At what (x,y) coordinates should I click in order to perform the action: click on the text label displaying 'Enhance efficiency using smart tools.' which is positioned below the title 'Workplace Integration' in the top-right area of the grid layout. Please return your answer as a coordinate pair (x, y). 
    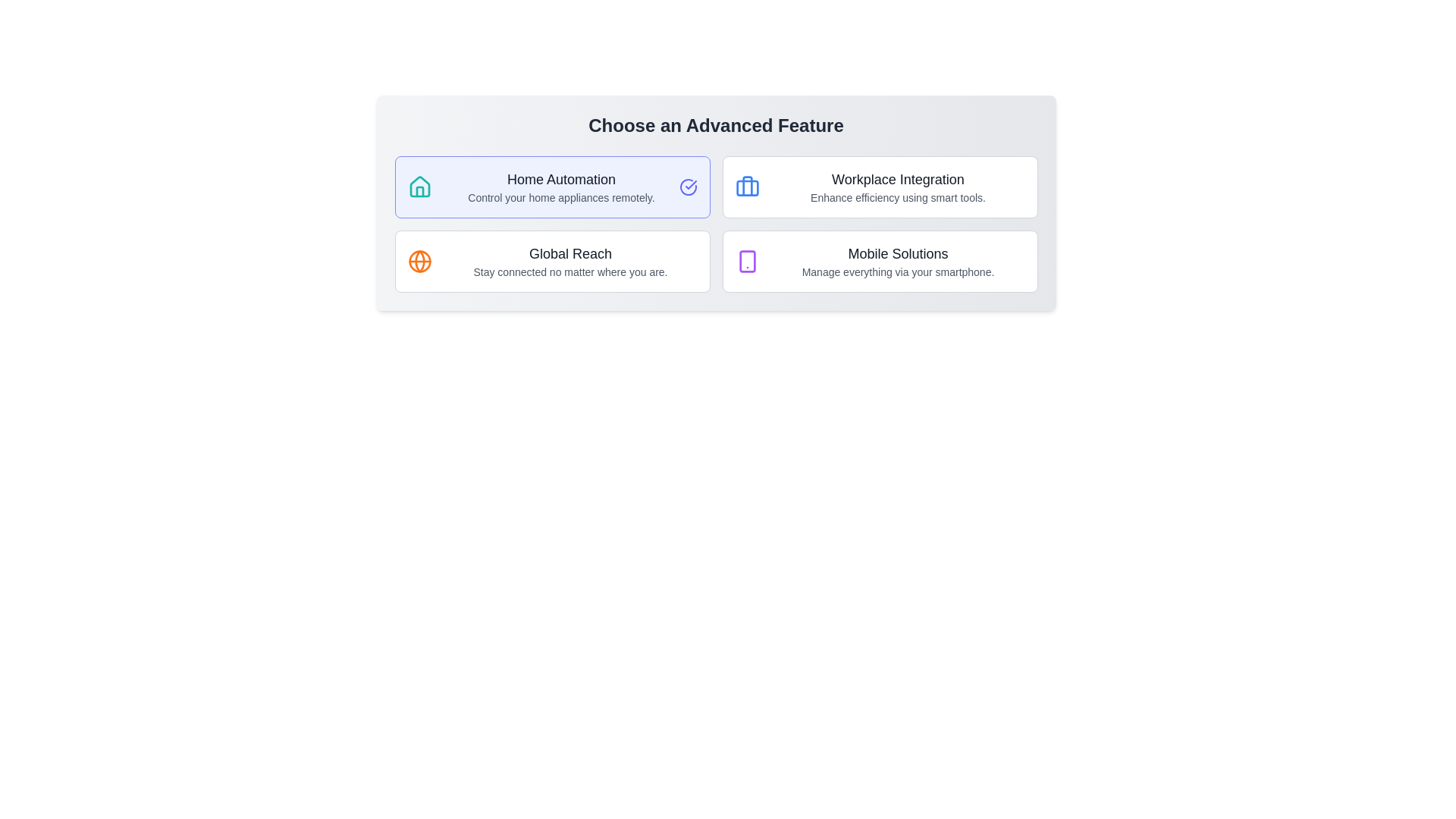
    Looking at the image, I should click on (898, 197).